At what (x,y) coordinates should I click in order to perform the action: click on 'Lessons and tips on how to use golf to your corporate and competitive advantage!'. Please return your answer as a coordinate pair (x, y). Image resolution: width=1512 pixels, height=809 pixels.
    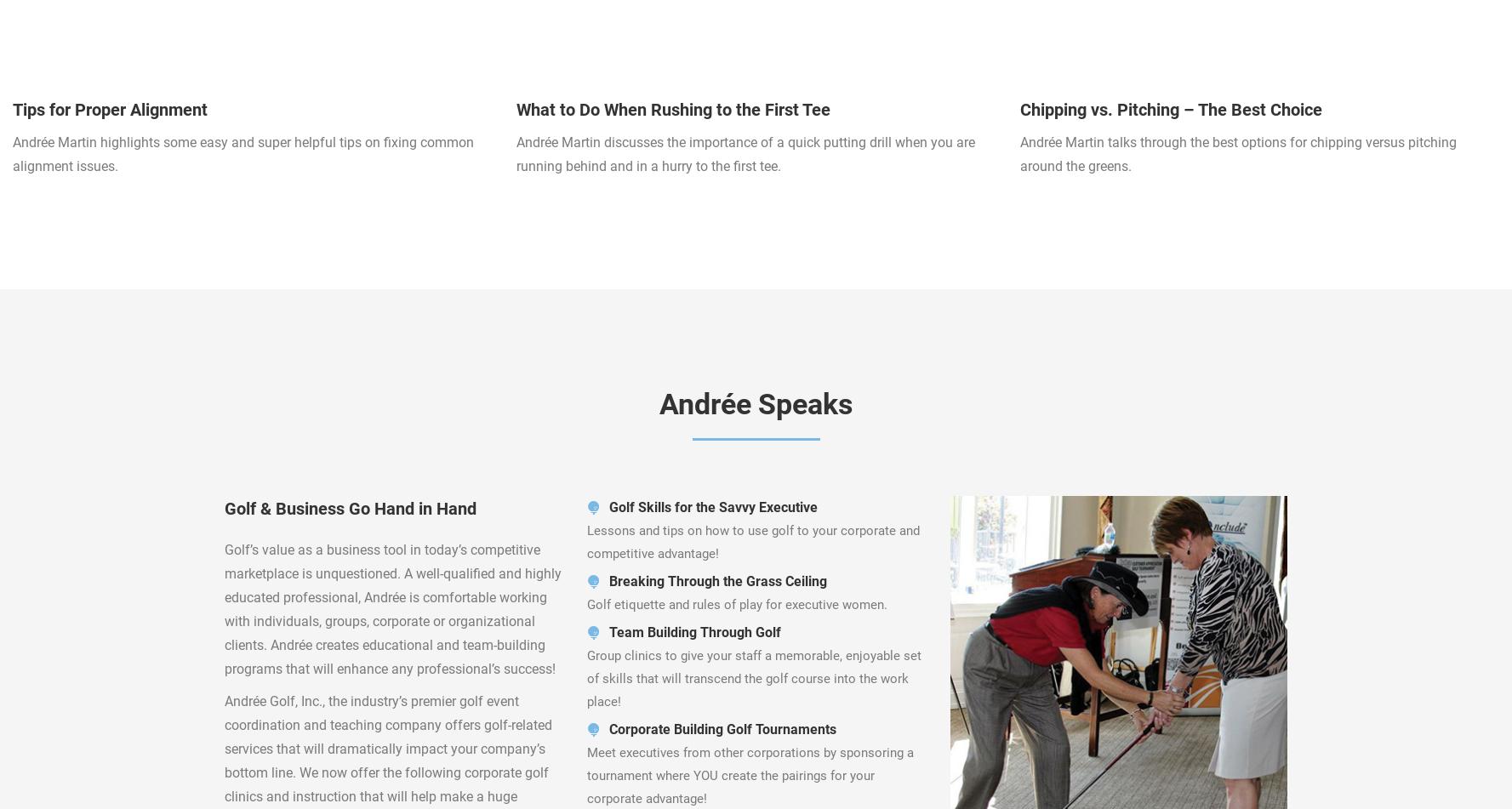
    Looking at the image, I should click on (752, 541).